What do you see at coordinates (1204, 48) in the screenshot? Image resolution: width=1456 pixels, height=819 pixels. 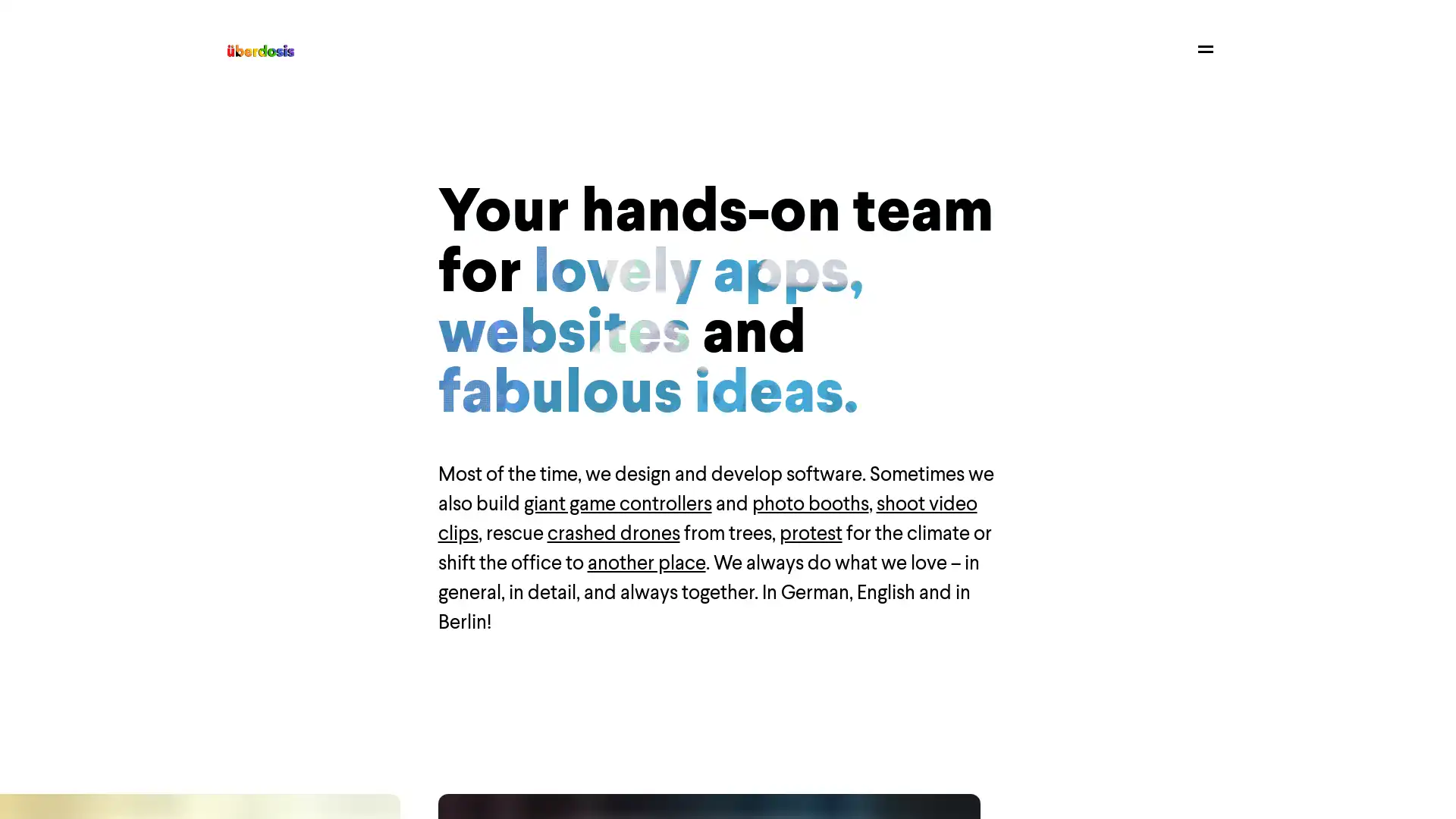 I see `Open menu` at bounding box center [1204, 48].